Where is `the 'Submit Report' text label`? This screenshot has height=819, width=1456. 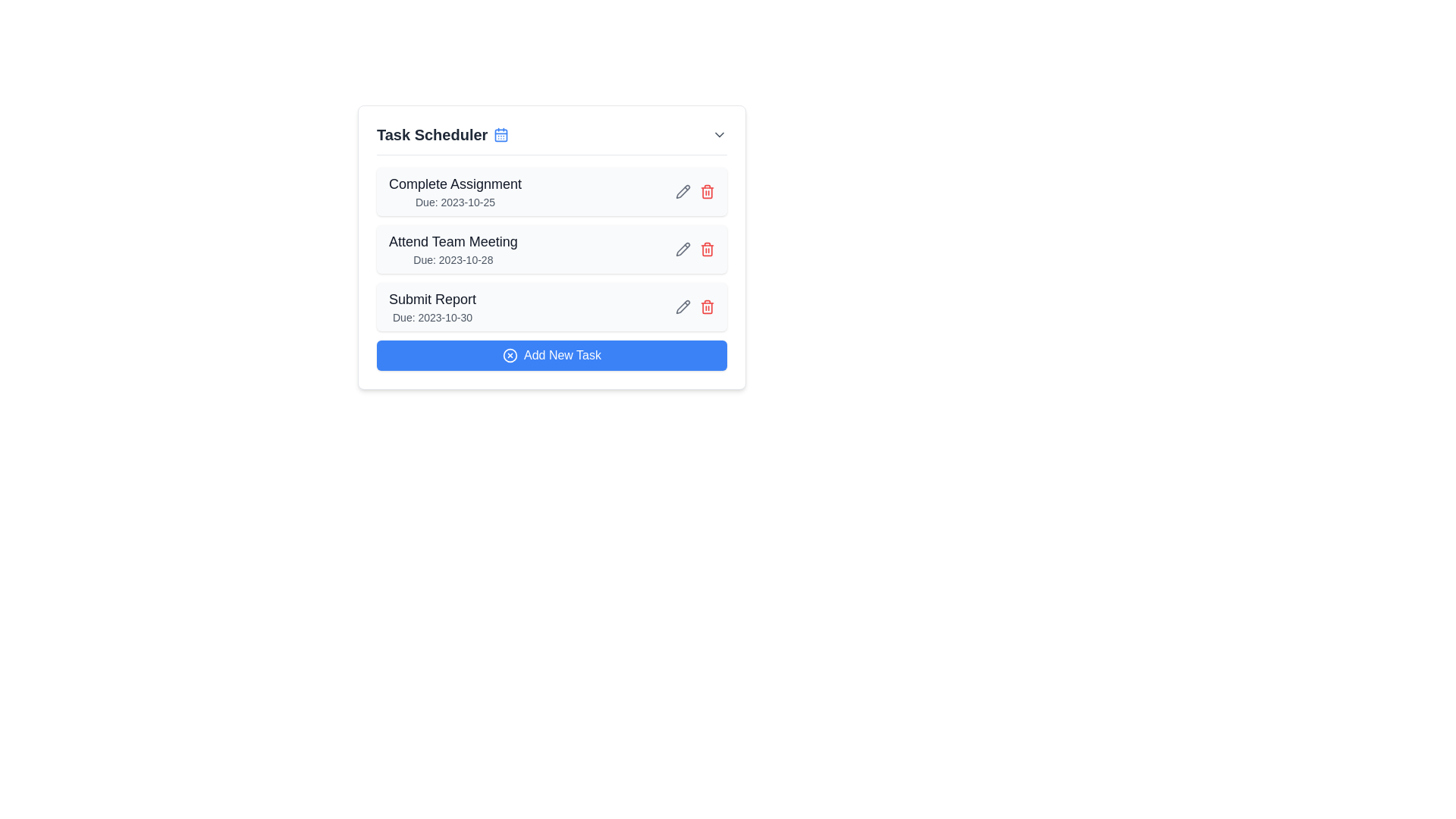 the 'Submit Report' text label is located at coordinates (431, 299).